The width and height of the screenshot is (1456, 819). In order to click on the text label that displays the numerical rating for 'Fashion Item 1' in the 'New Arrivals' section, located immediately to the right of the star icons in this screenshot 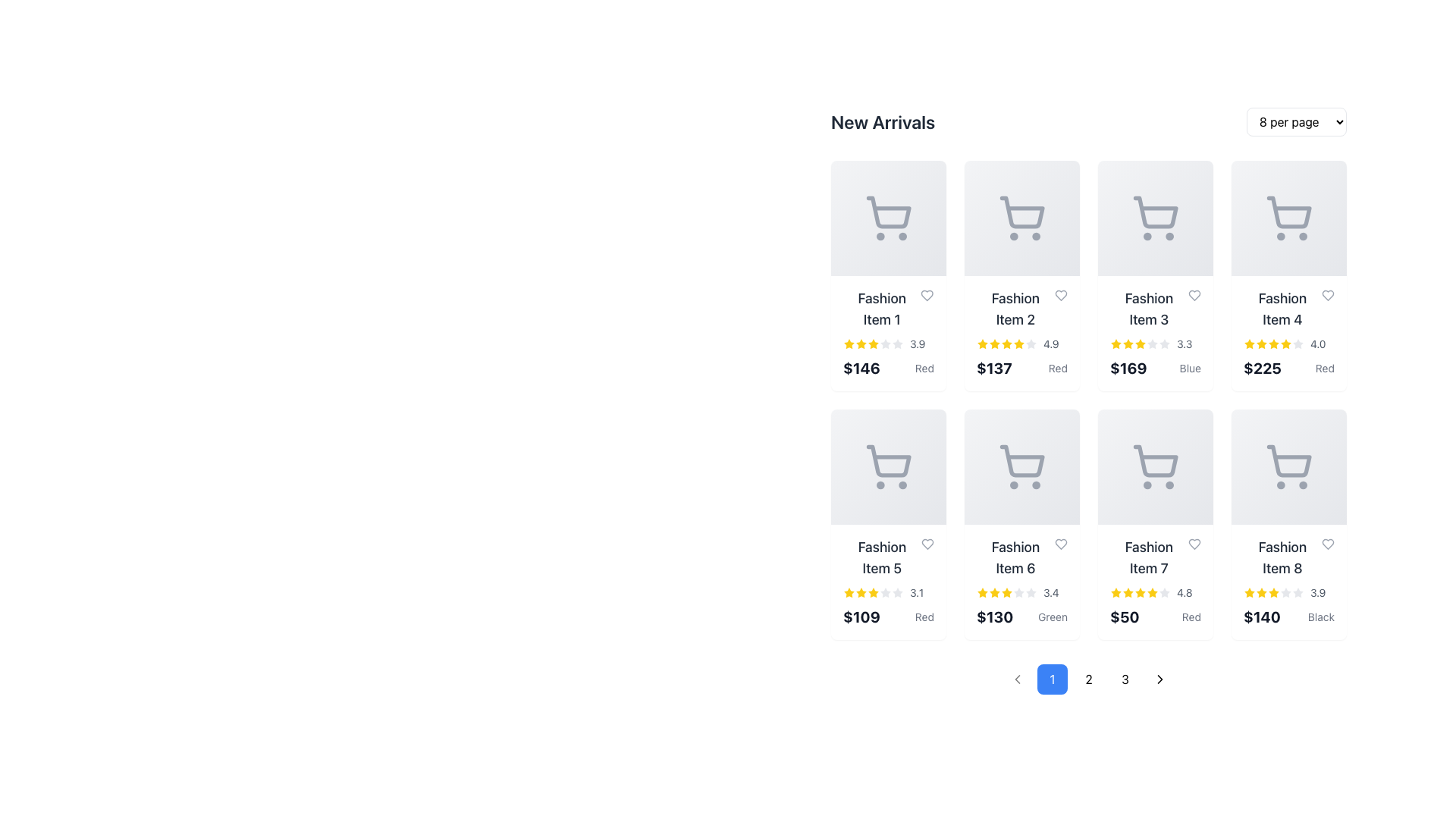, I will do `click(1317, 592)`.